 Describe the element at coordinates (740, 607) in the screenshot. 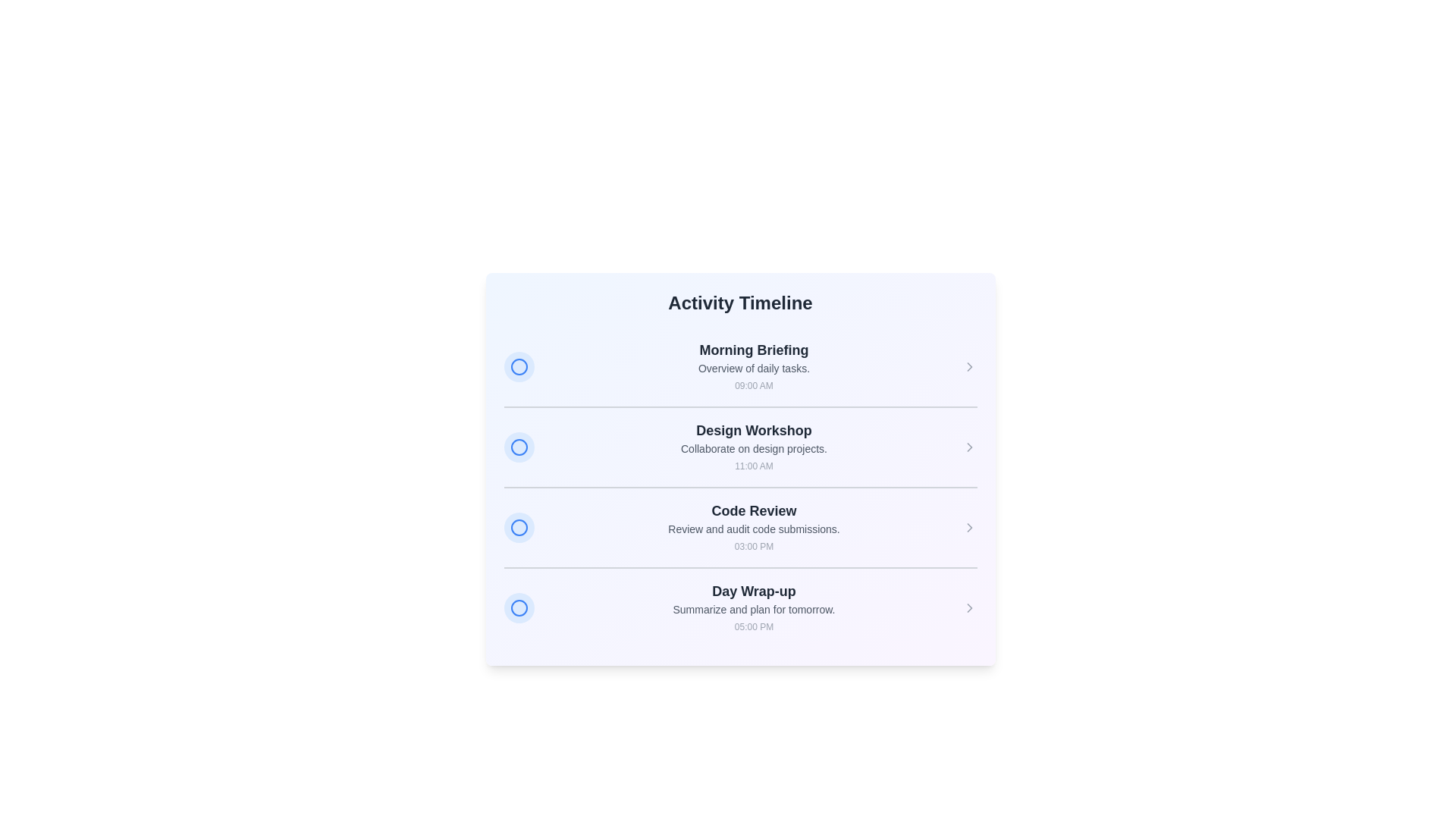

I see `the fourth list item displaying the details of the activity named 'Day Wrap-up'` at that location.